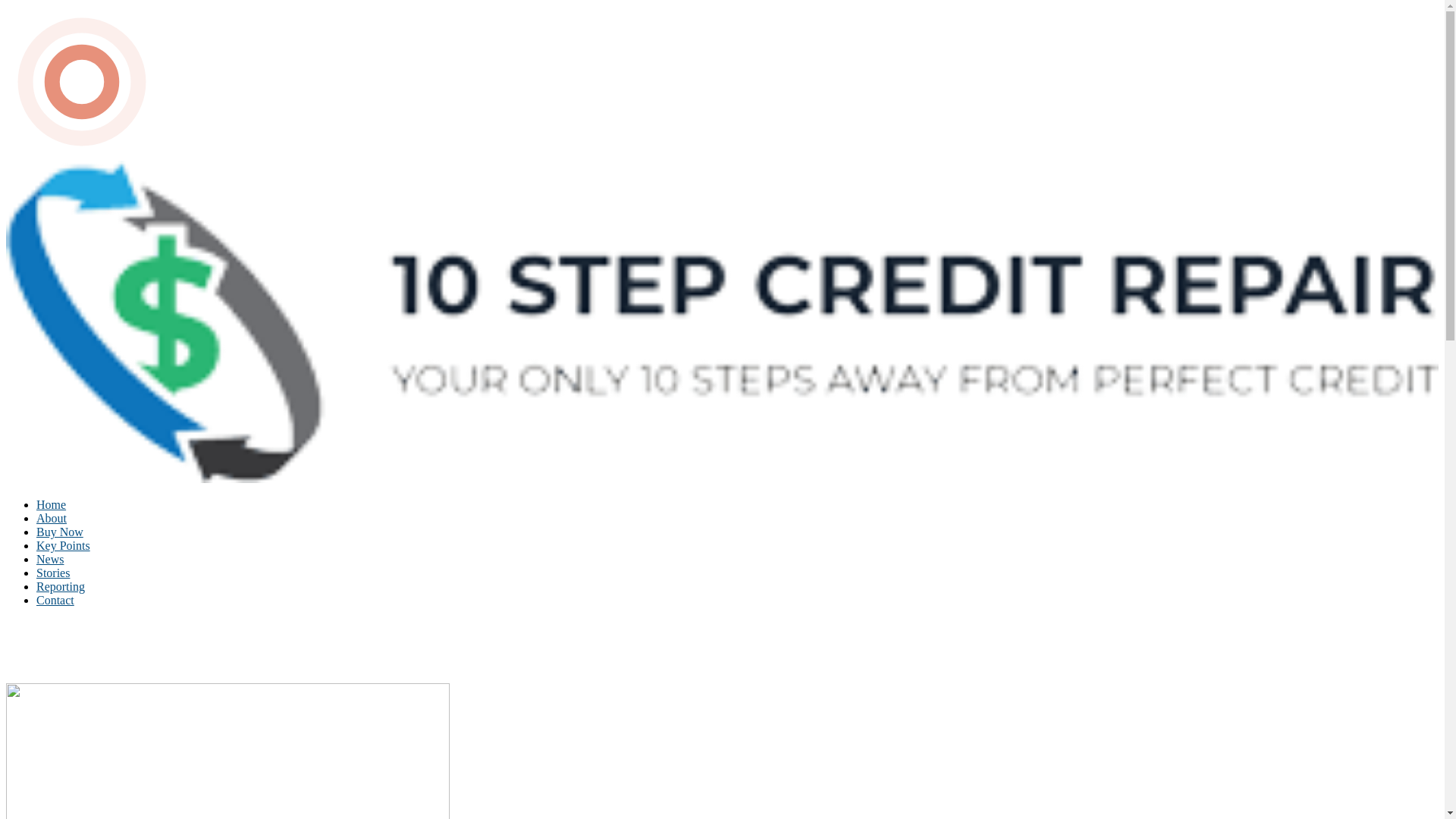 Image resolution: width=1456 pixels, height=819 pixels. What do you see at coordinates (62, 544) in the screenshot?
I see `'Key Points'` at bounding box center [62, 544].